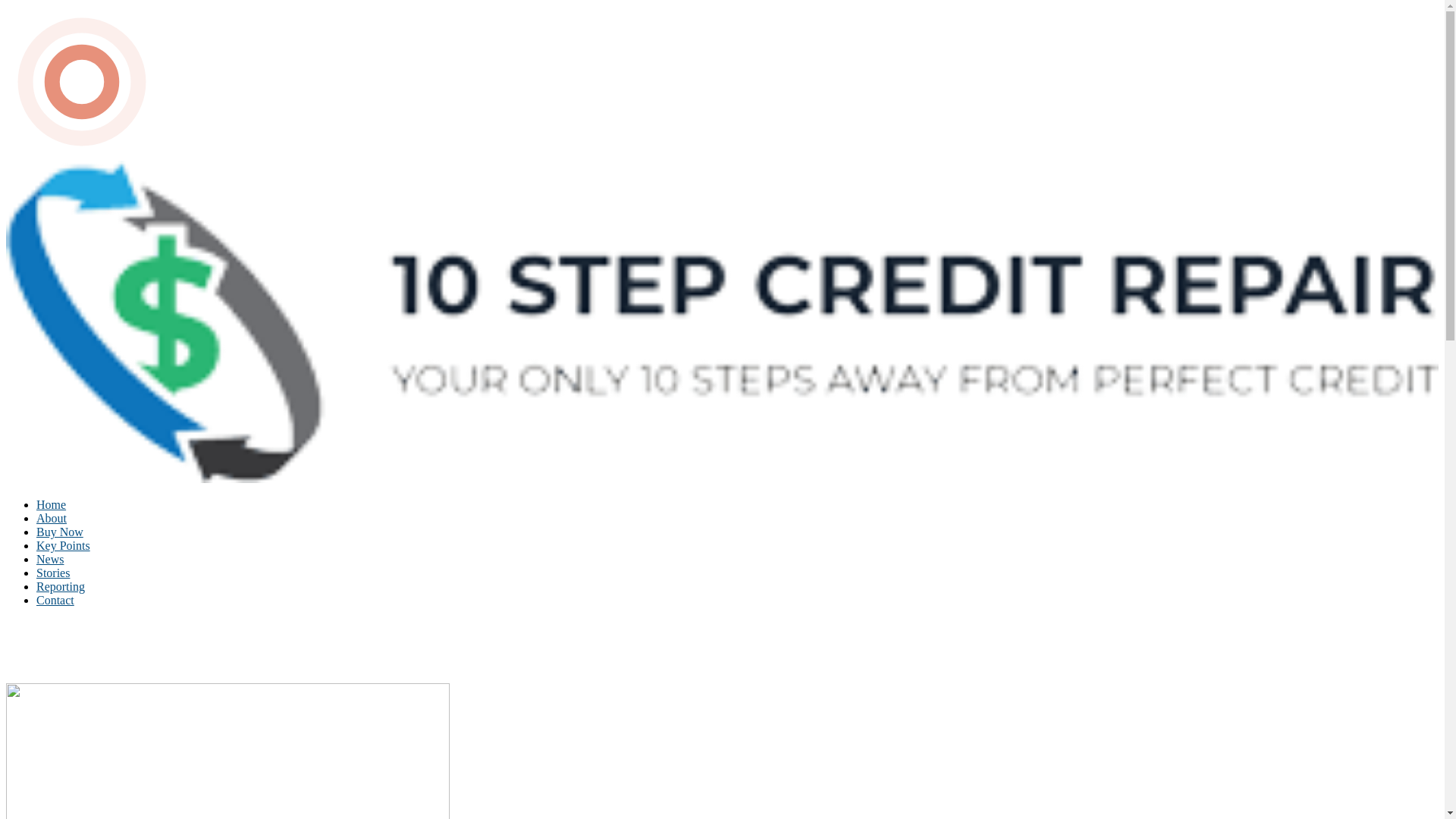 Image resolution: width=1456 pixels, height=819 pixels. What do you see at coordinates (62, 544) in the screenshot?
I see `'Key Points'` at bounding box center [62, 544].